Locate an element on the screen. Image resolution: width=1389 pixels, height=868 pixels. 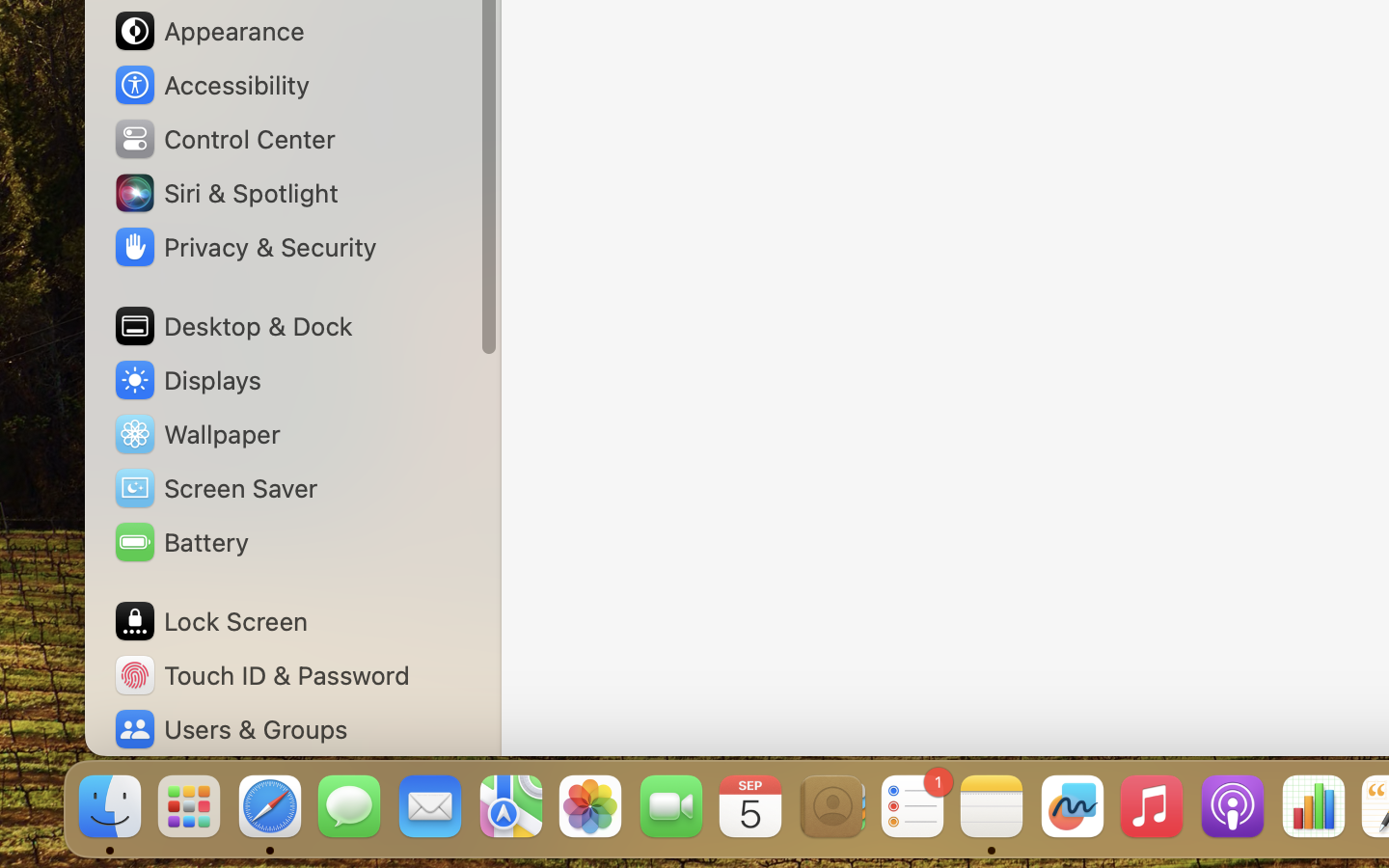
'Battery' is located at coordinates (180, 540).